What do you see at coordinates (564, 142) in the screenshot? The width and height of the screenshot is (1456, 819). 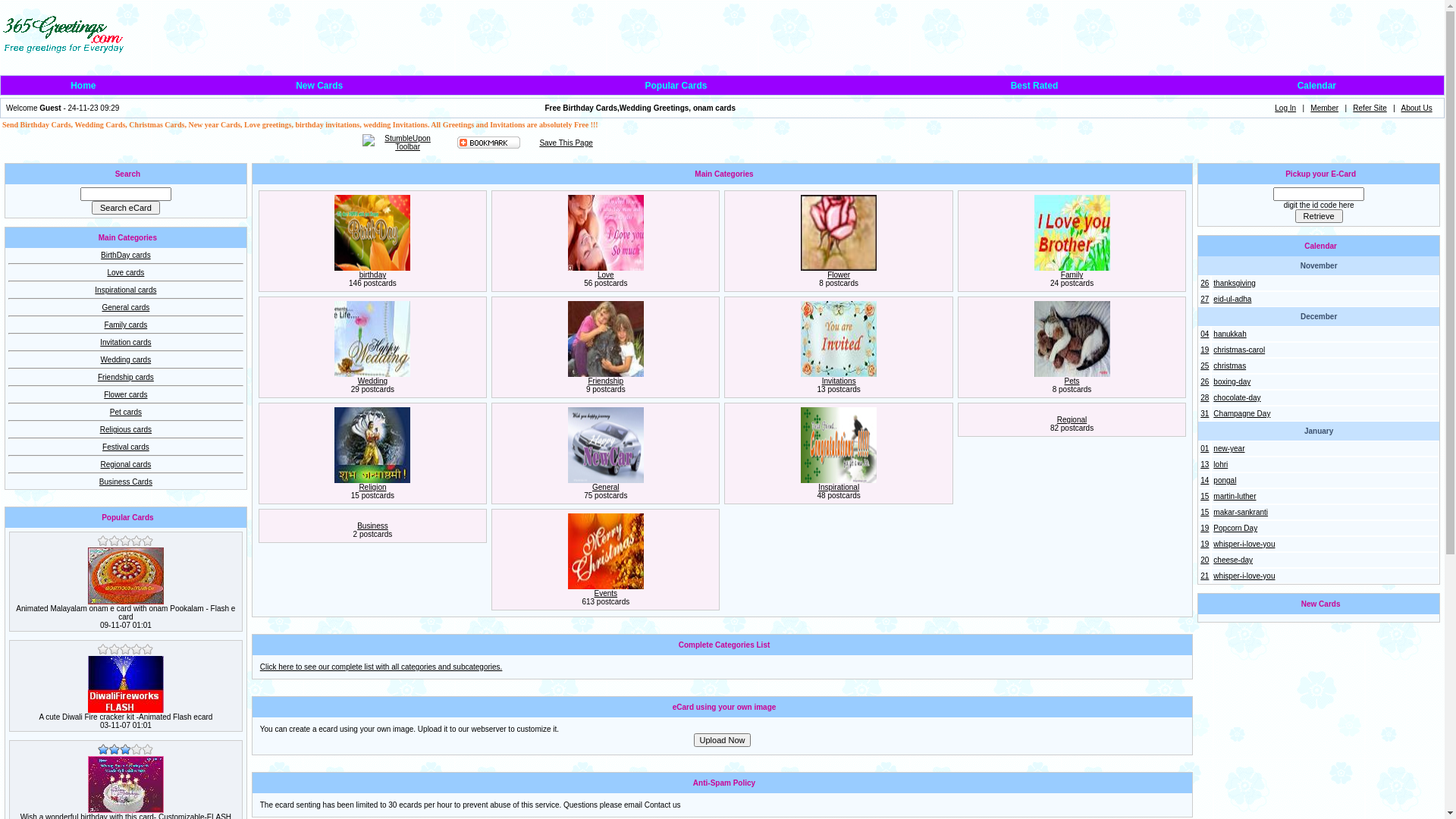 I see `'Save This Page'` at bounding box center [564, 142].